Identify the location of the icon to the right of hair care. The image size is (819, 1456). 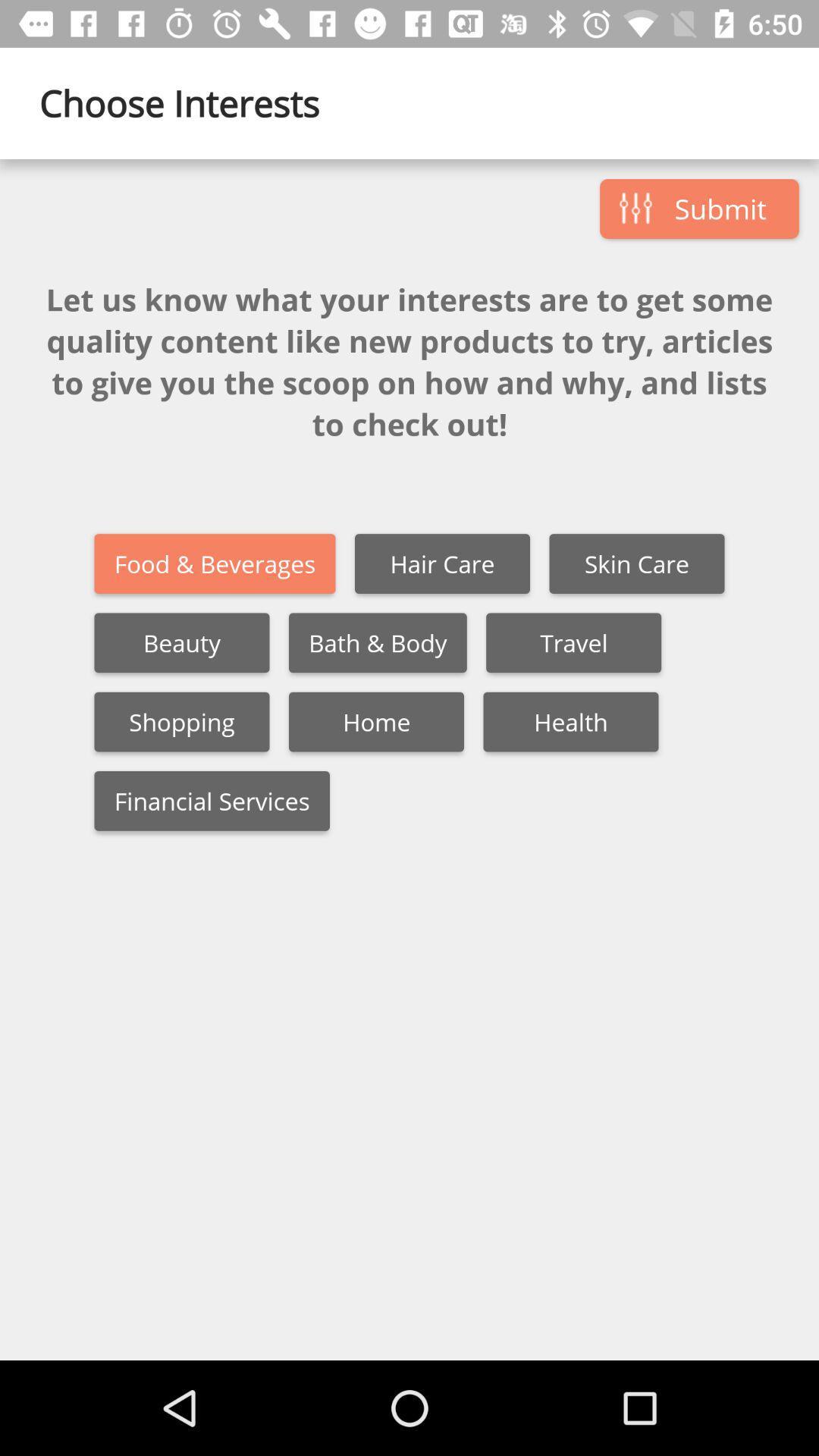
(637, 563).